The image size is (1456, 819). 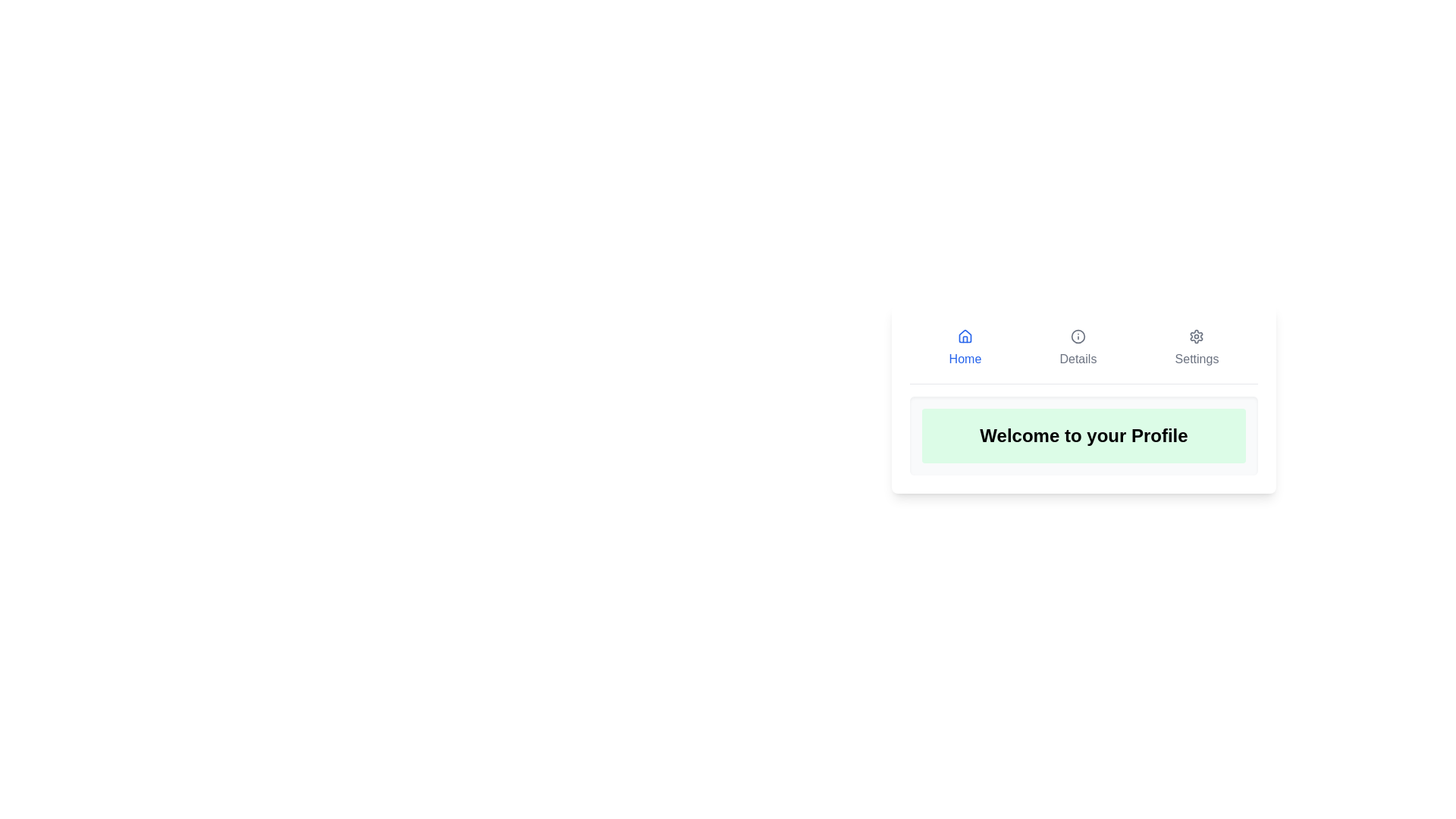 What do you see at coordinates (964, 348) in the screenshot?
I see `the Home tab` at bounding box center [964, 348].